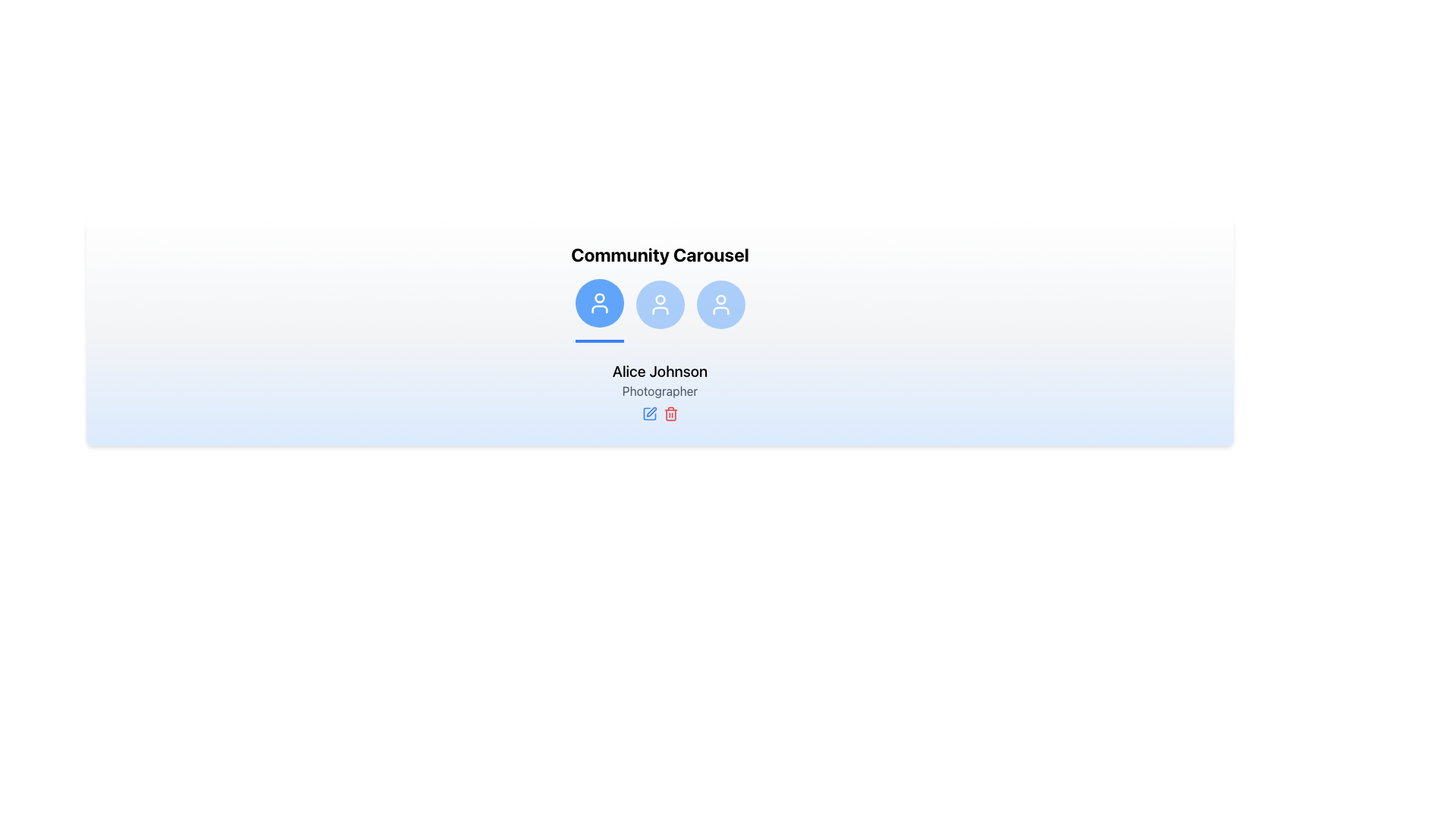 The height and width of the screenshot is (819, 1456). What do you see at coordinates (720, 300) in the screenshot?
I see `the light blue circular icon representing a user profile located at the top-right of three horizontally aligned icons` at bounding box center [720, 300].